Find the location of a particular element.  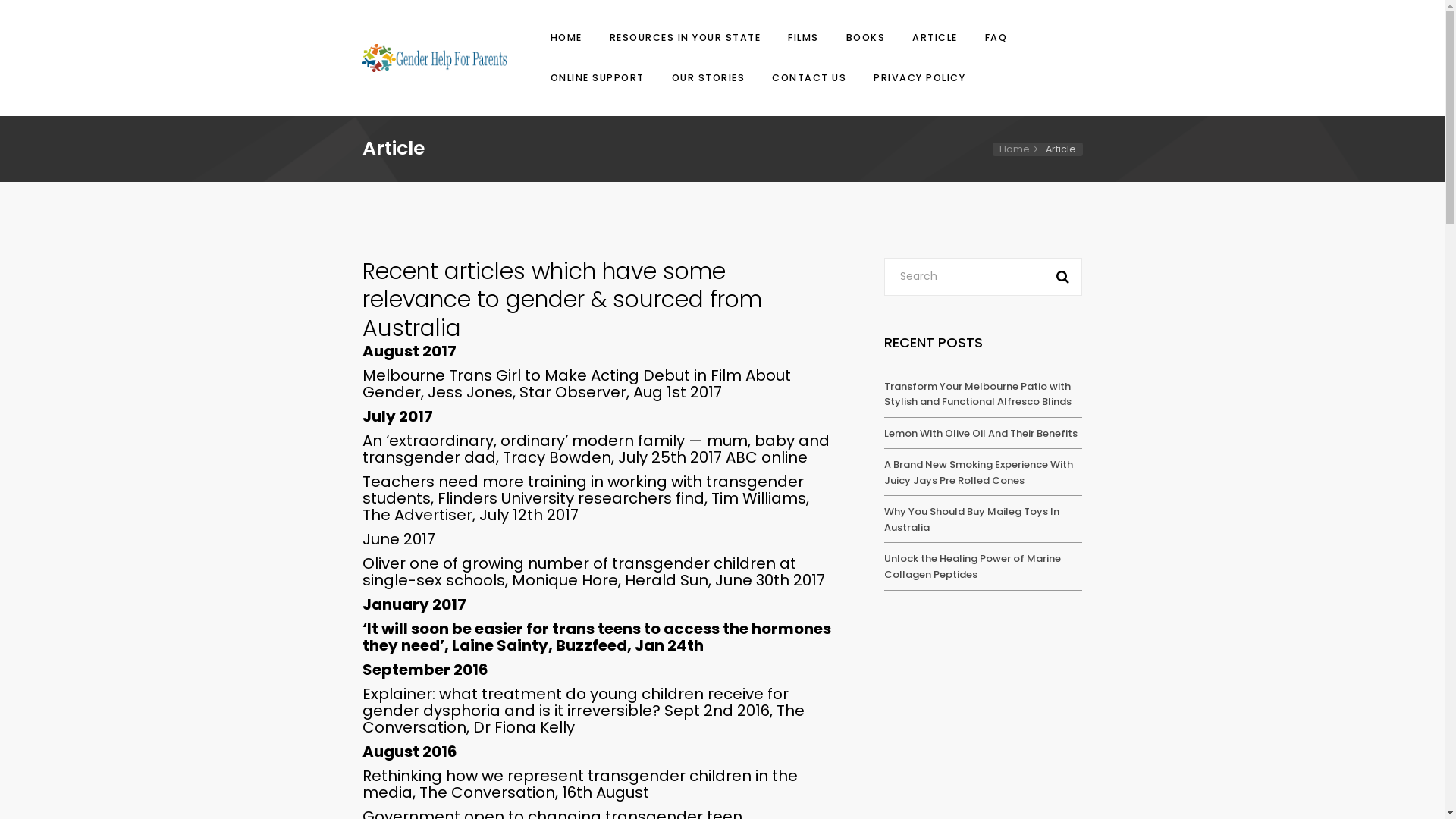

'Why You Should Buy Maileg Toys In Australia' is located at coordinates (884, 519).